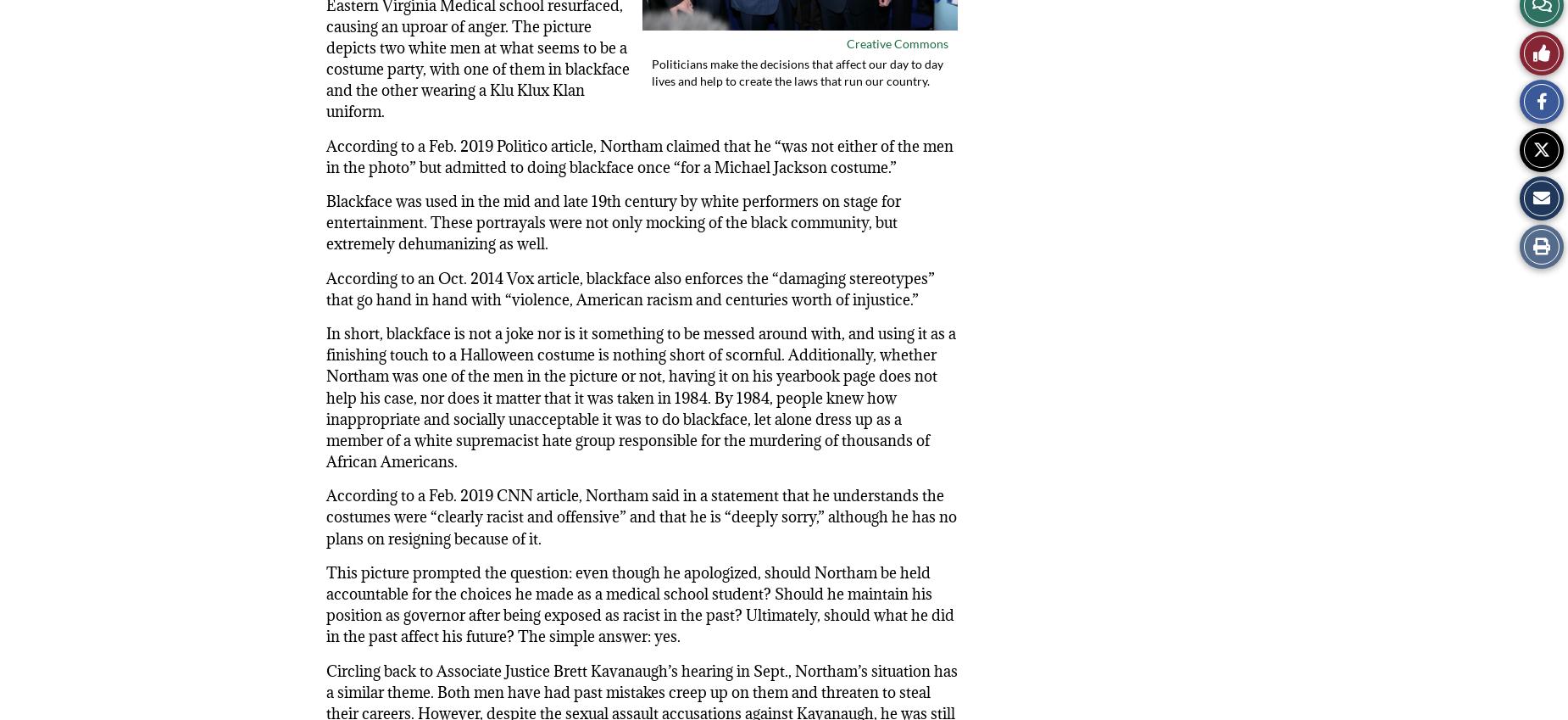 Image resolution: width=1568 pixels, height=720 pixels. What do you see at coordinates (614, 222) in the screenshot?
I see `'Blackface was used in the mid and late 19th century by white performers on stage for entertainment. These portrayals were not only mocking of the black community, but extremely dehumanizing as well.'` at bounding box center [614, 222].